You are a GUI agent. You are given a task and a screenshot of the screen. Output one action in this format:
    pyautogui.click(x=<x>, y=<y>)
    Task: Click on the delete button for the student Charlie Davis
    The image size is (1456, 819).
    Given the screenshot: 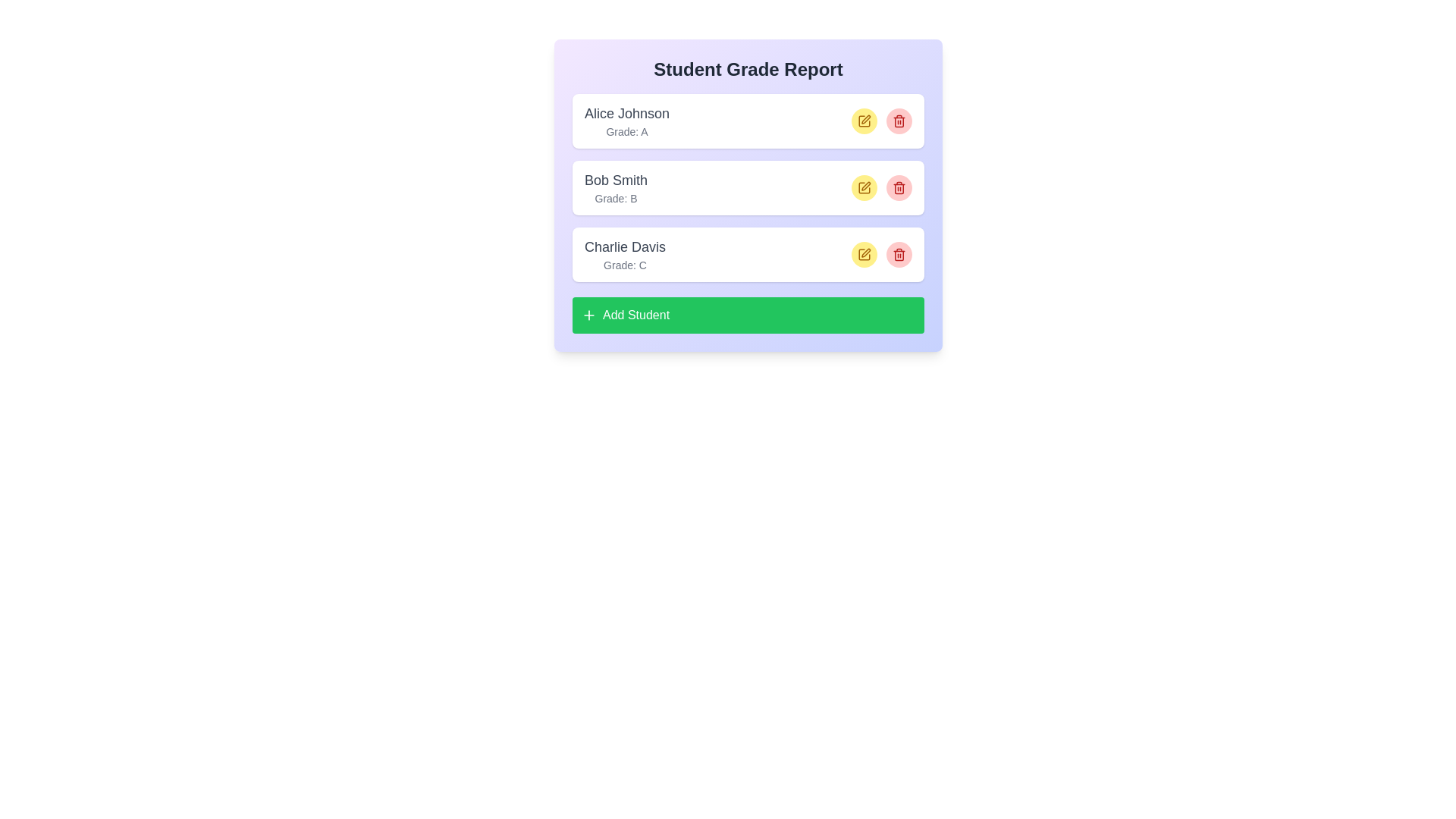 What is the action you would take?
    pyautogui.click(x=899, y=253)
    